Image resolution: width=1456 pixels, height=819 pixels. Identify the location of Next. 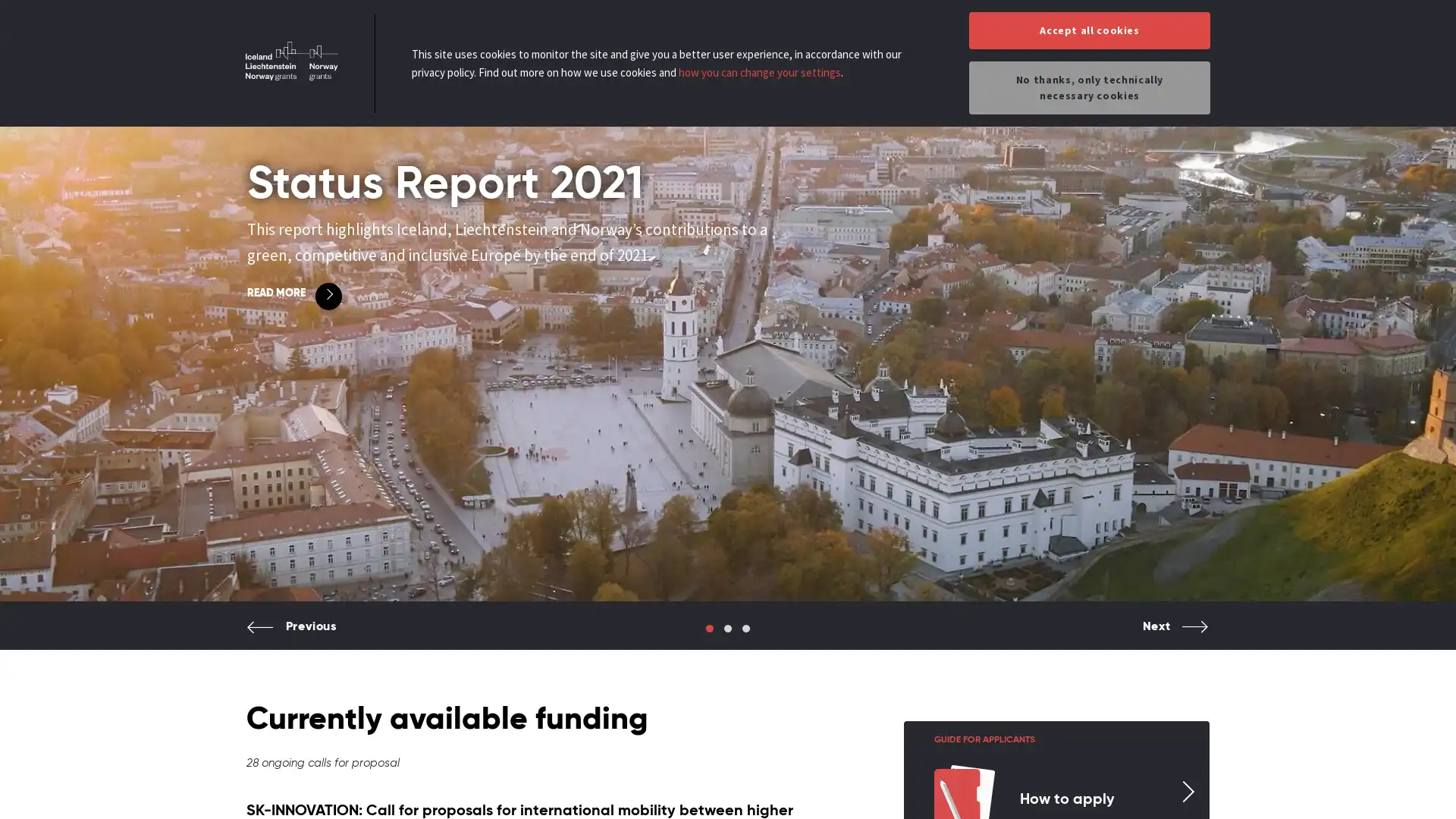
(1175, 638).